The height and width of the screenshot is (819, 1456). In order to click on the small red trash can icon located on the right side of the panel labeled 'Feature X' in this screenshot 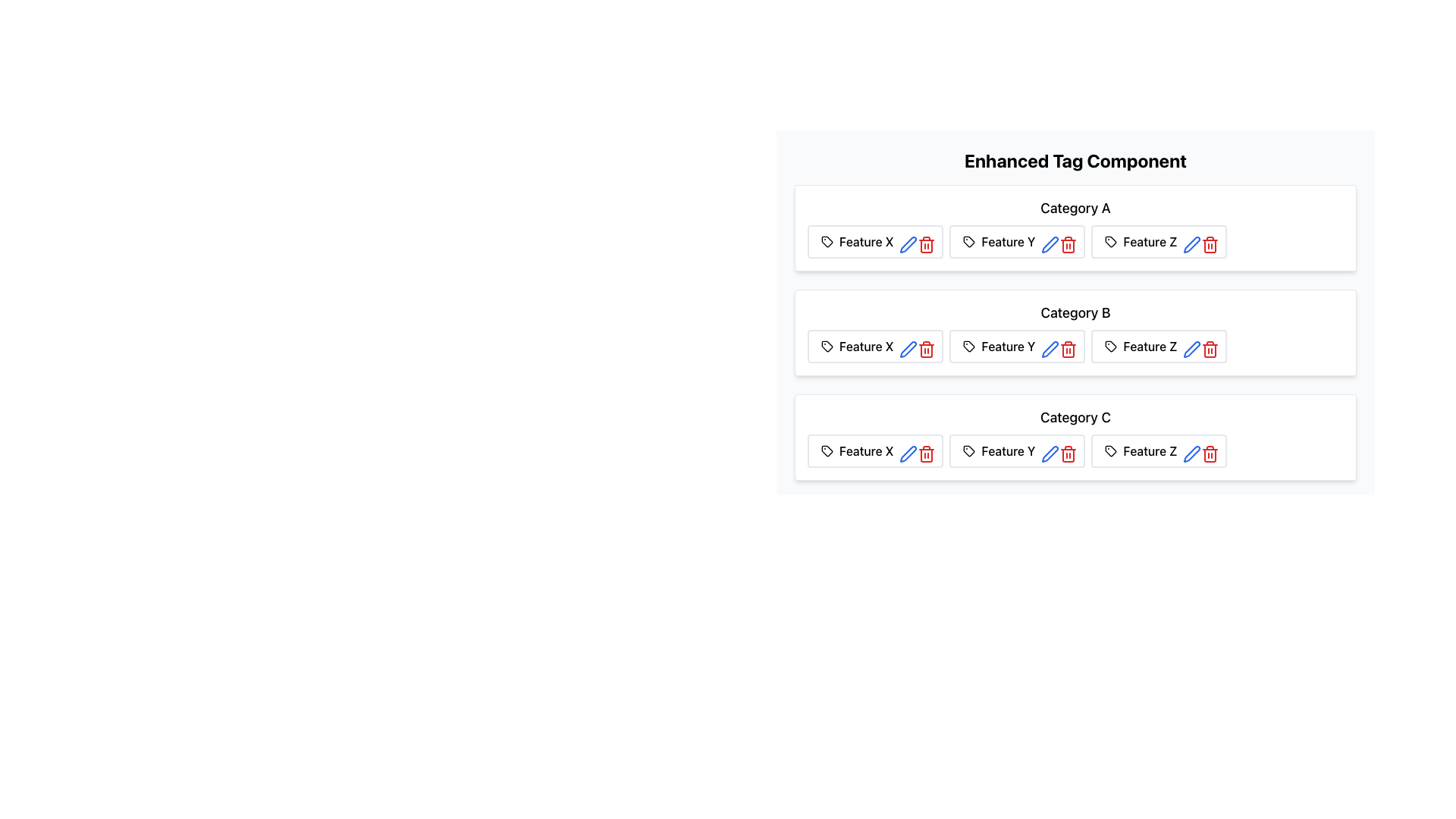, I will do `click(923, 450)`.